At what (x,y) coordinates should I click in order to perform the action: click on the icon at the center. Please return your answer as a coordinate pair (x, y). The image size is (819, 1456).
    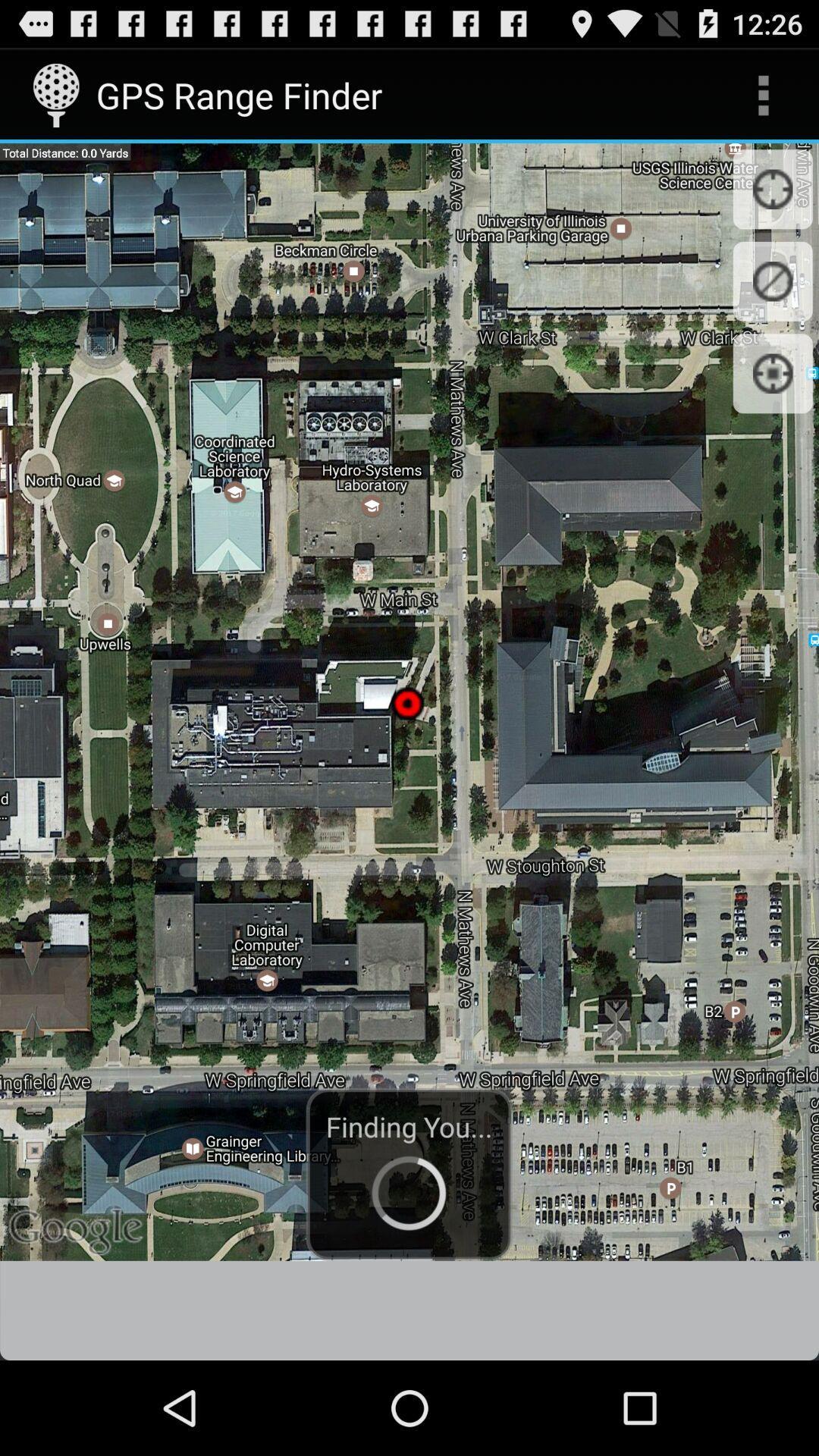
    Looking at the image, I should click on (409, 701).